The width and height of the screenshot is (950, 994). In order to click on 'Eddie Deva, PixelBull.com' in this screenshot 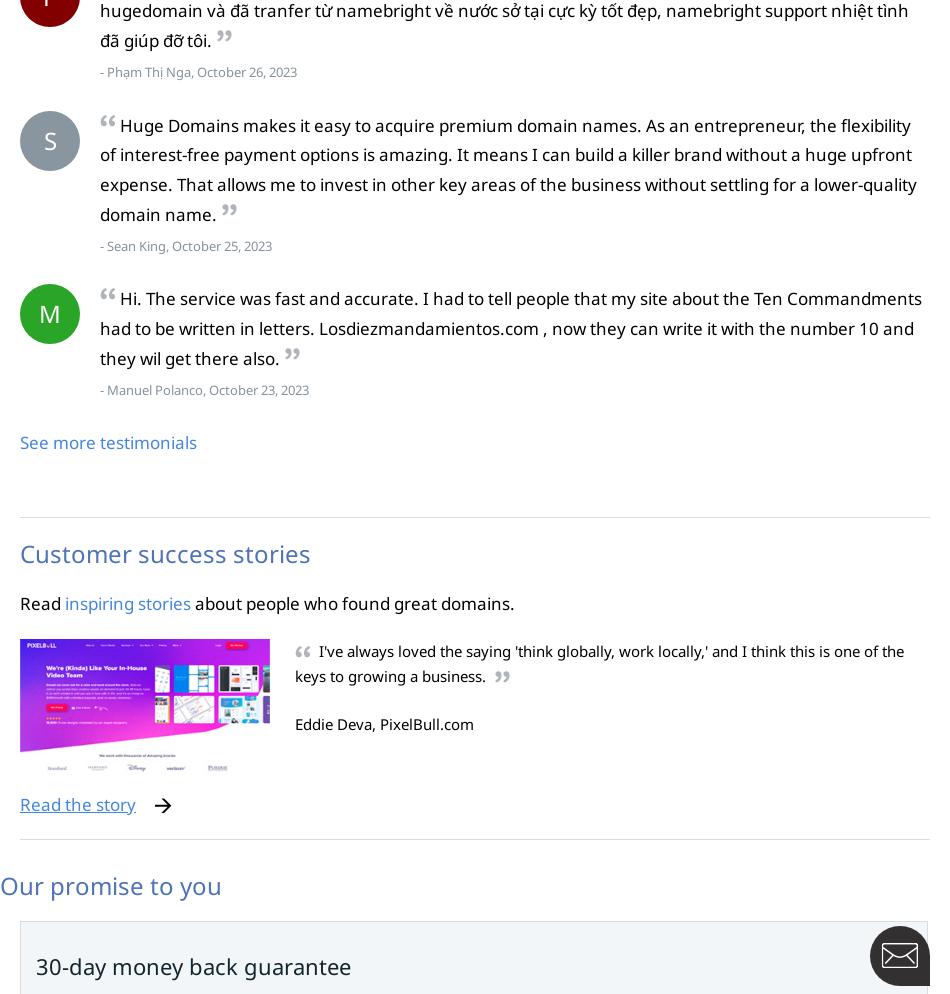, I will do `click(383, 723)`.